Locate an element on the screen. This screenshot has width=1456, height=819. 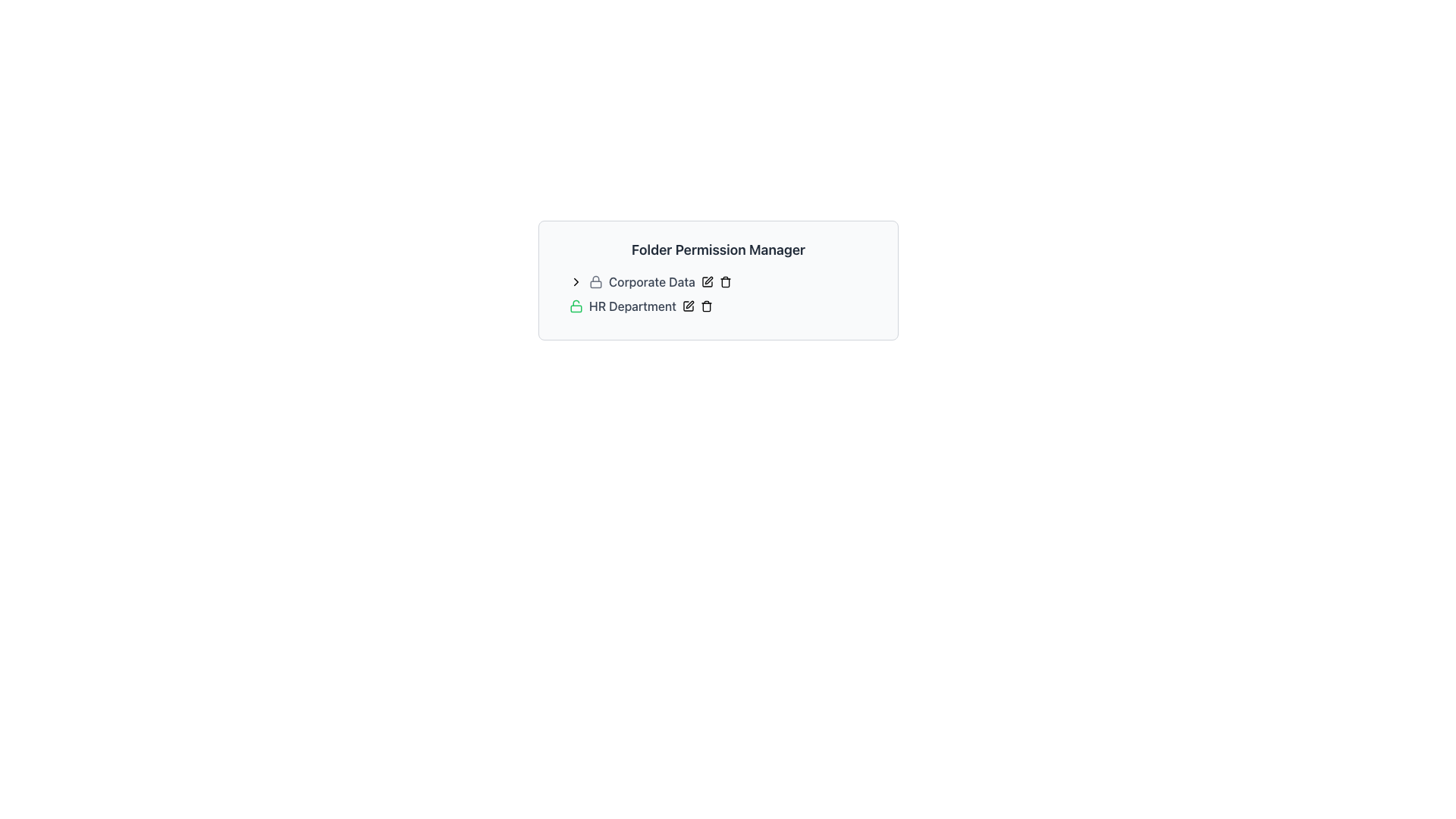
the editing icon/button for the 'HR Department' entry, located between the trash bin icon and the folder lock icon is located at coordinates (687, 306).